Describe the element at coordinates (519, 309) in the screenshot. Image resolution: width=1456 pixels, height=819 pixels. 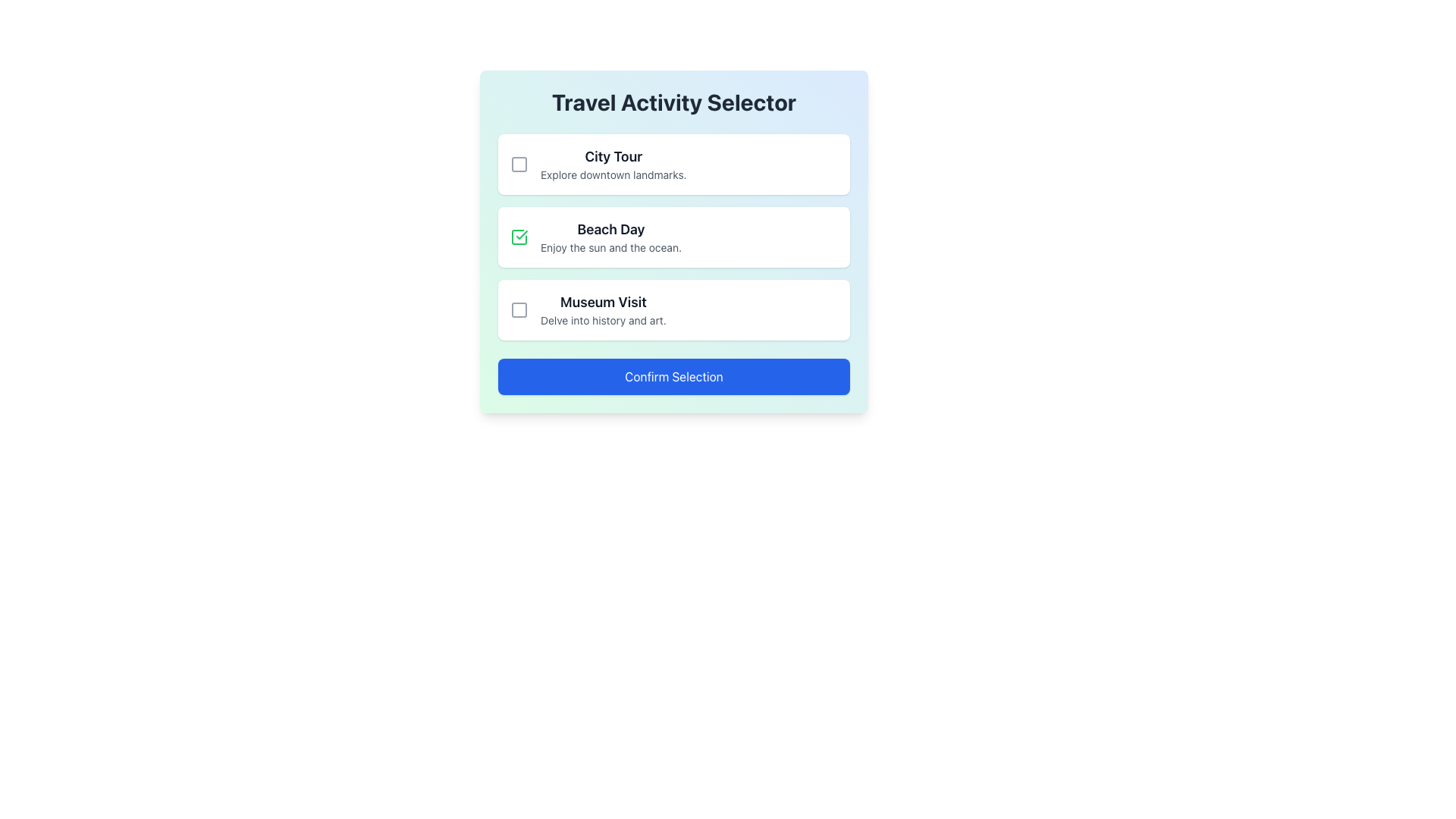
I see `the checkbox for 'Museum Visit'` at that location.